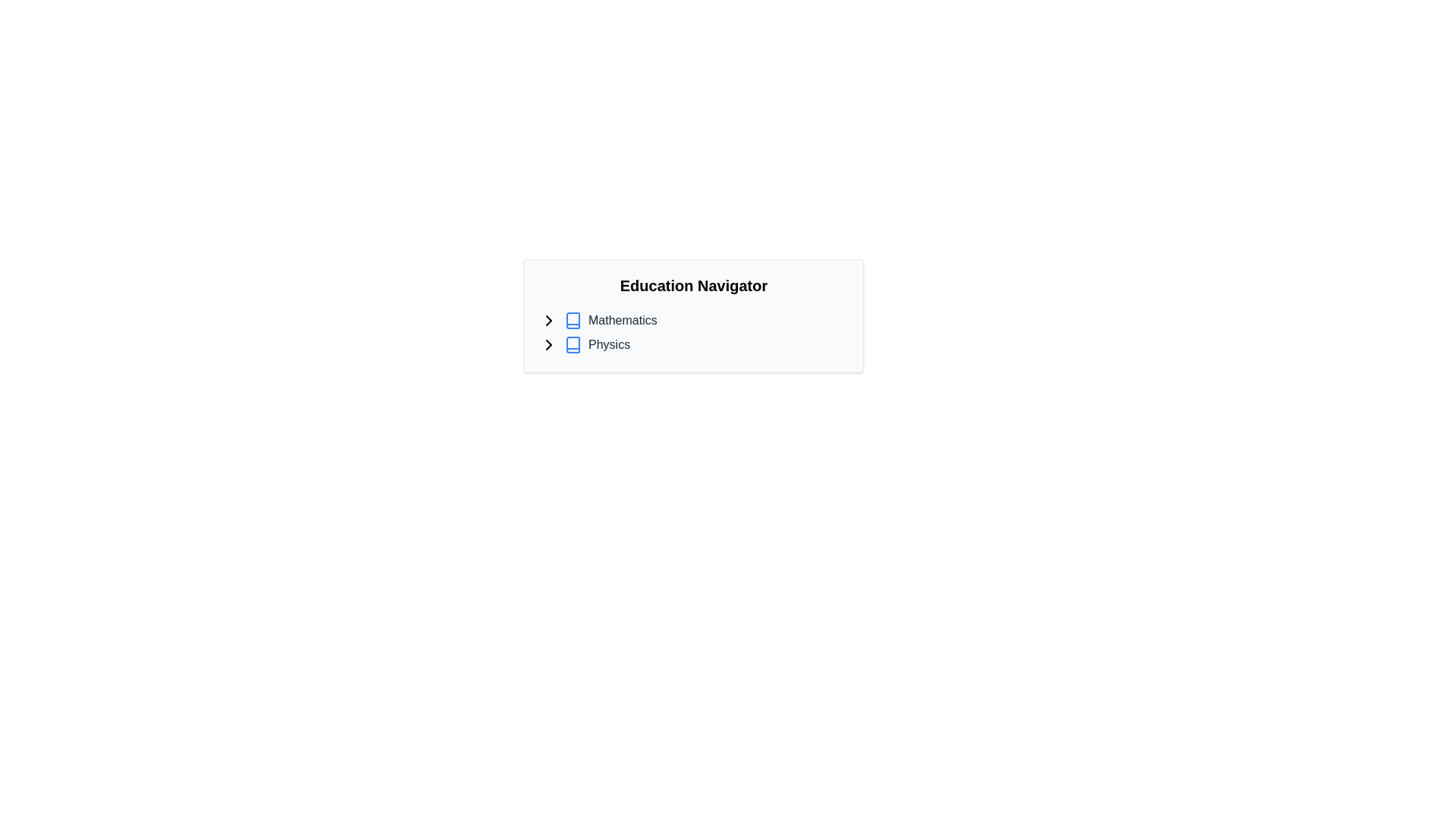 The height and width of the screenshot is (819, 1456). What do you see at coordinates (572, 320) in the screenshot?
I see `the 'Mathematics' category icon, which is the first entry in the vertical list and located to the left of the label 'Mathematics'` at bounding box center [572, 320].